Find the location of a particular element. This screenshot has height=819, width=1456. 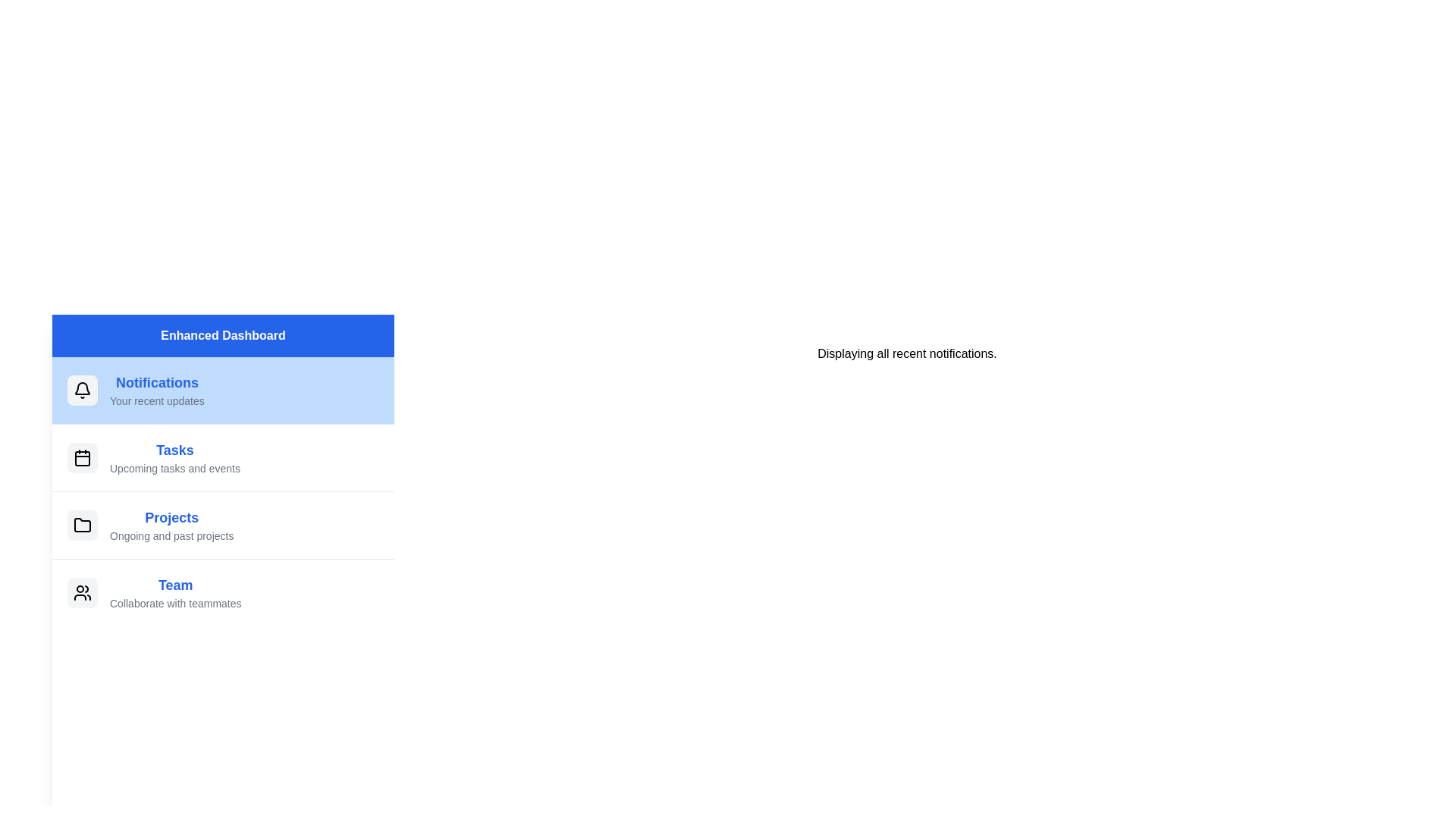

the menu item Team to switch the displayed content is located at coordinates (222, 591).